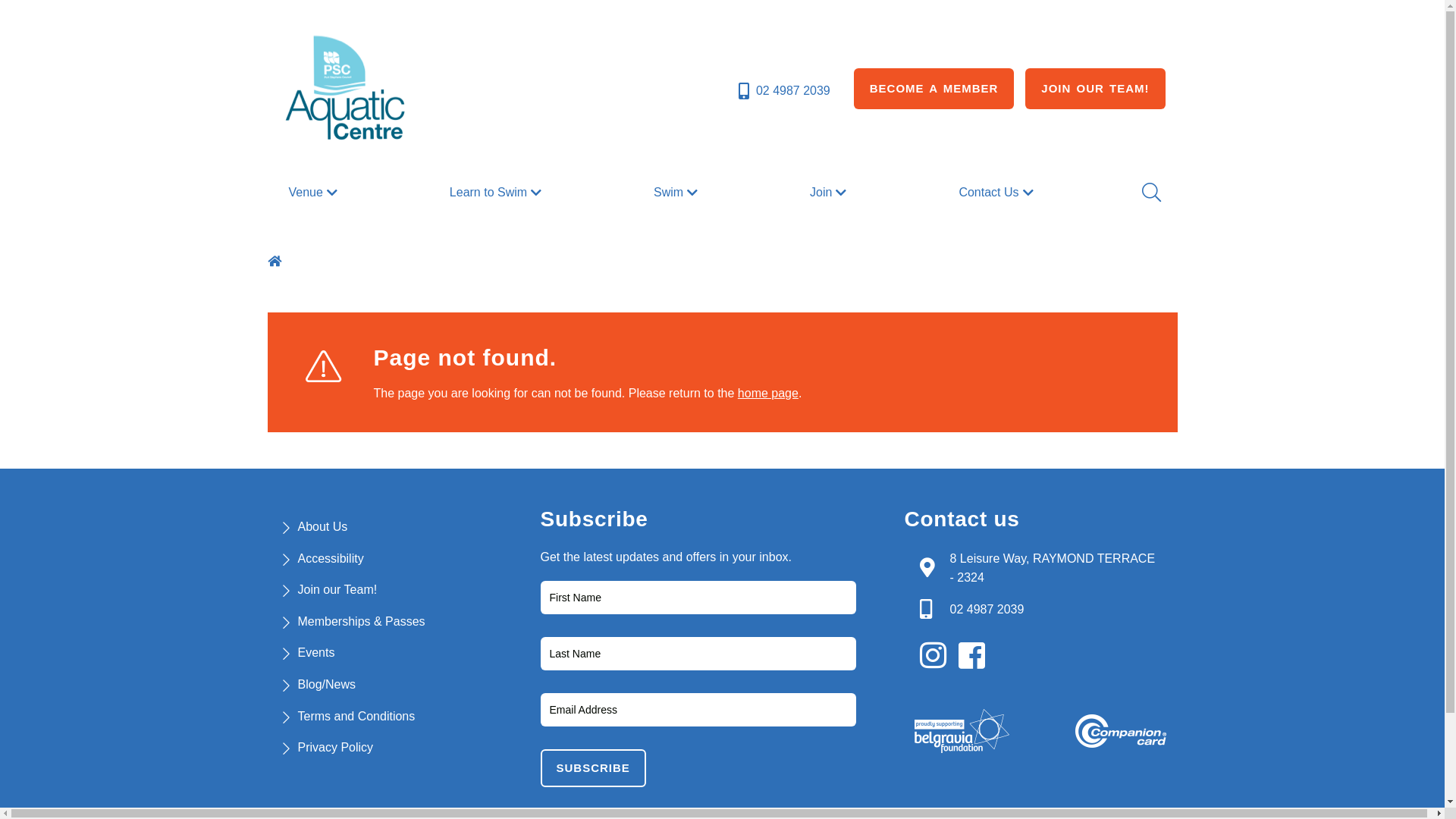 Image resolution: width=1456 pixels, height=819 pixels. Describe the element at coordinates (297, 588) in the screenshot. I see `'Join our Team!'` at that location.